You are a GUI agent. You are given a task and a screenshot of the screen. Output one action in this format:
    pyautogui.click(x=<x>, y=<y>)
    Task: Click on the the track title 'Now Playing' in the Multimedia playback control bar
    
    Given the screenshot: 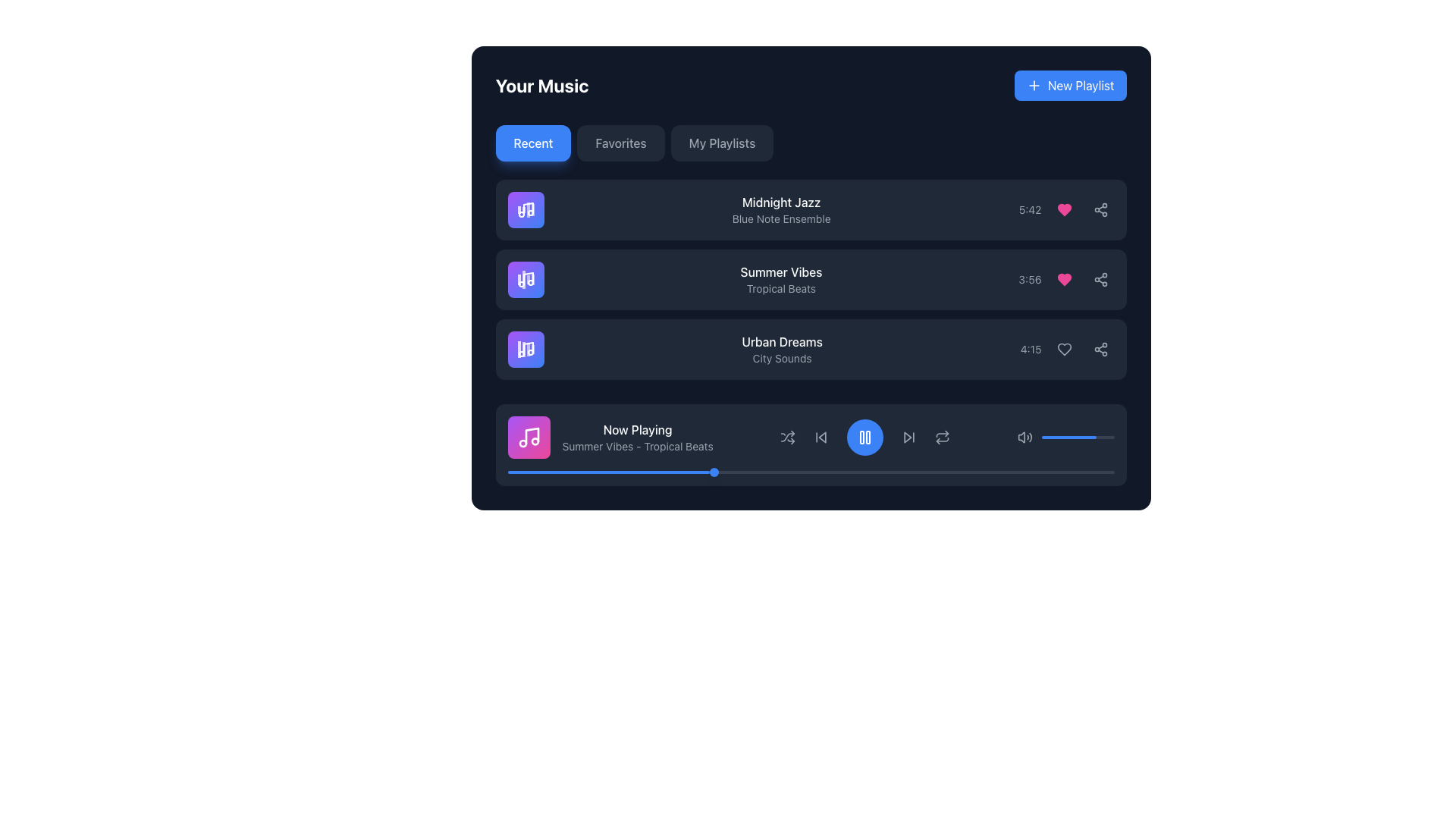 What is the action you would take?
    pyautogui.click(x=810, y=438)
    